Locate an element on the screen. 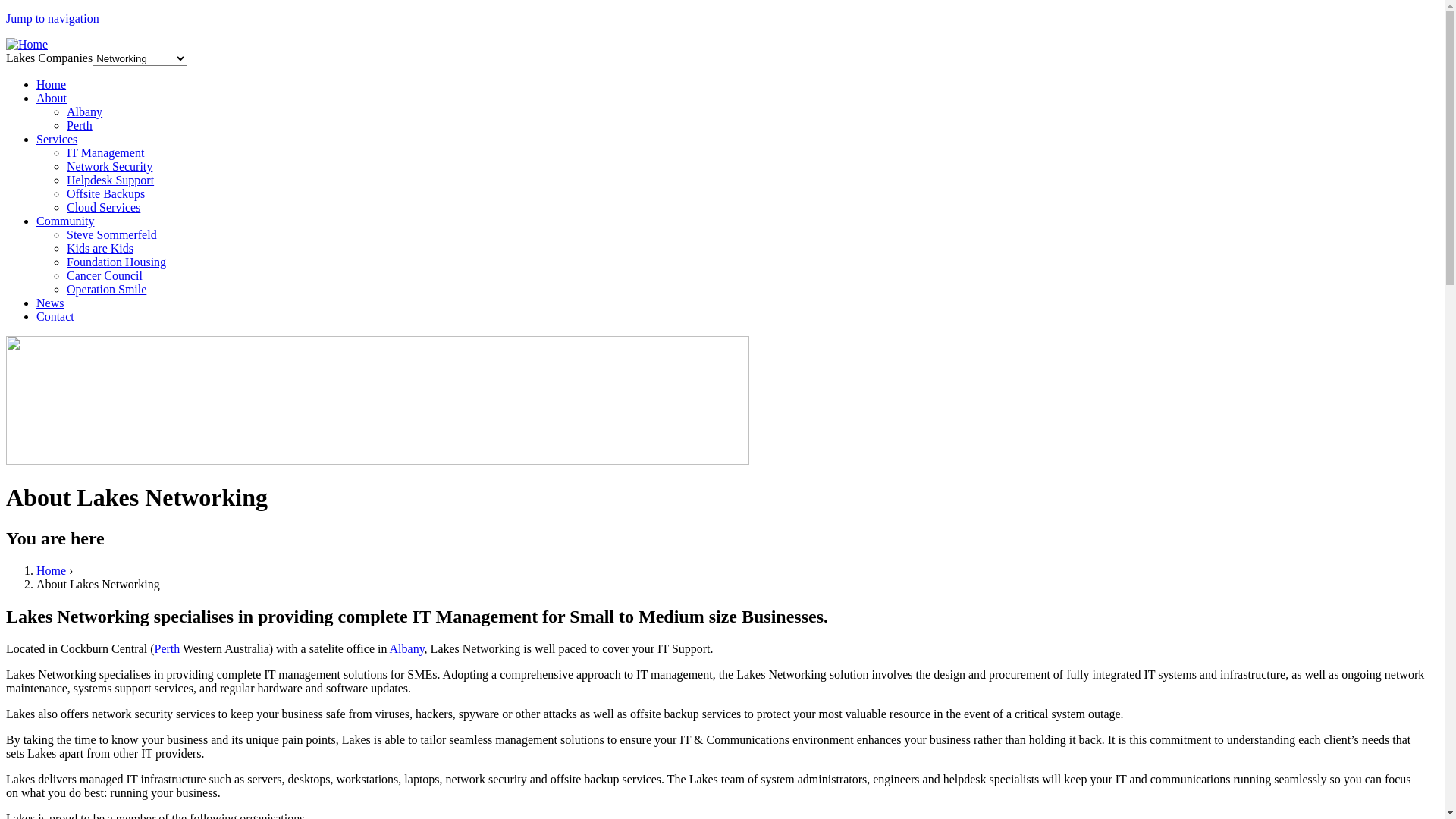  'Foundation Housing' is located at coordinates (115, 261).